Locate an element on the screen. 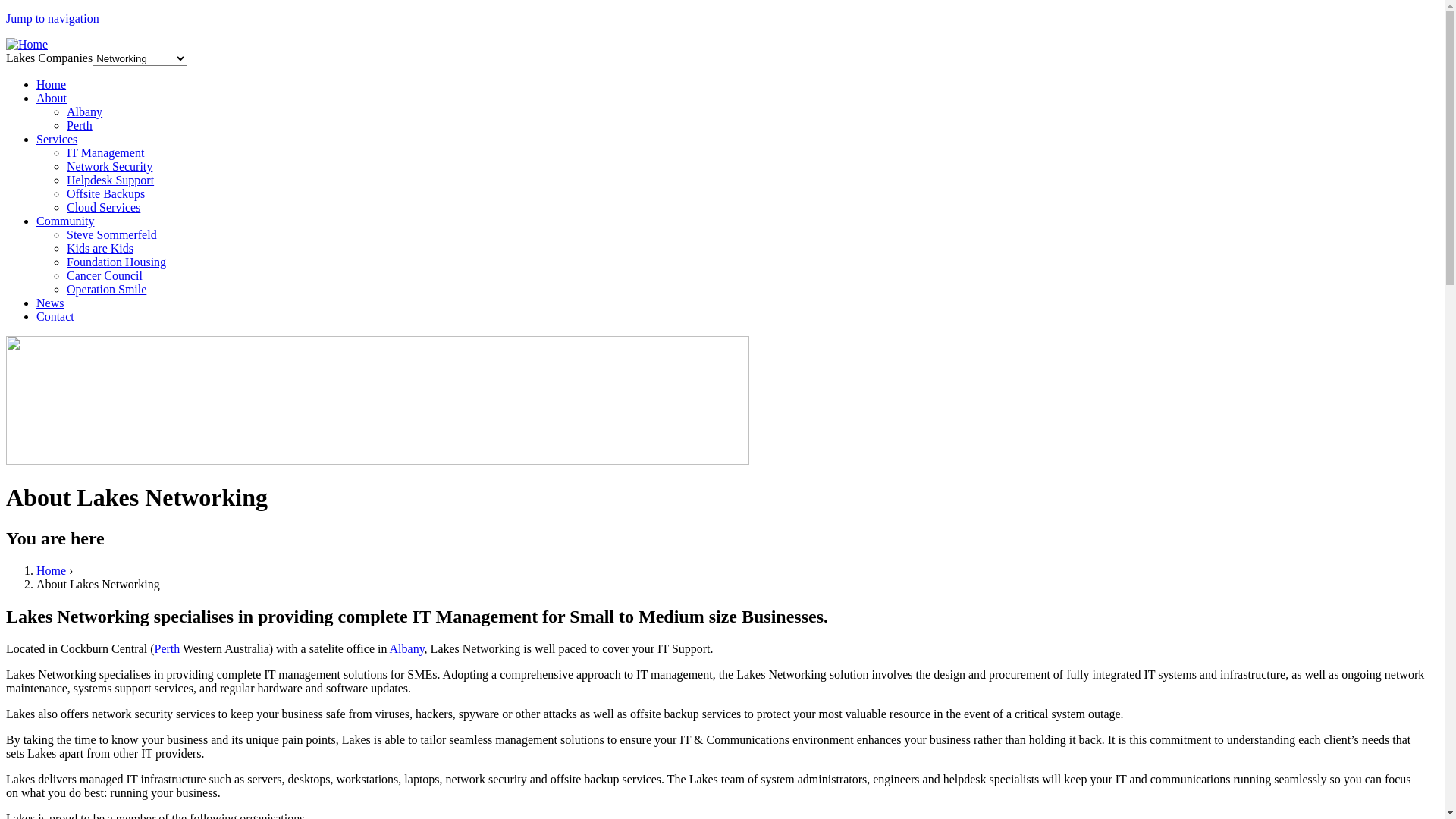  'Foundation Housing' is located at coordinates (115, 261).